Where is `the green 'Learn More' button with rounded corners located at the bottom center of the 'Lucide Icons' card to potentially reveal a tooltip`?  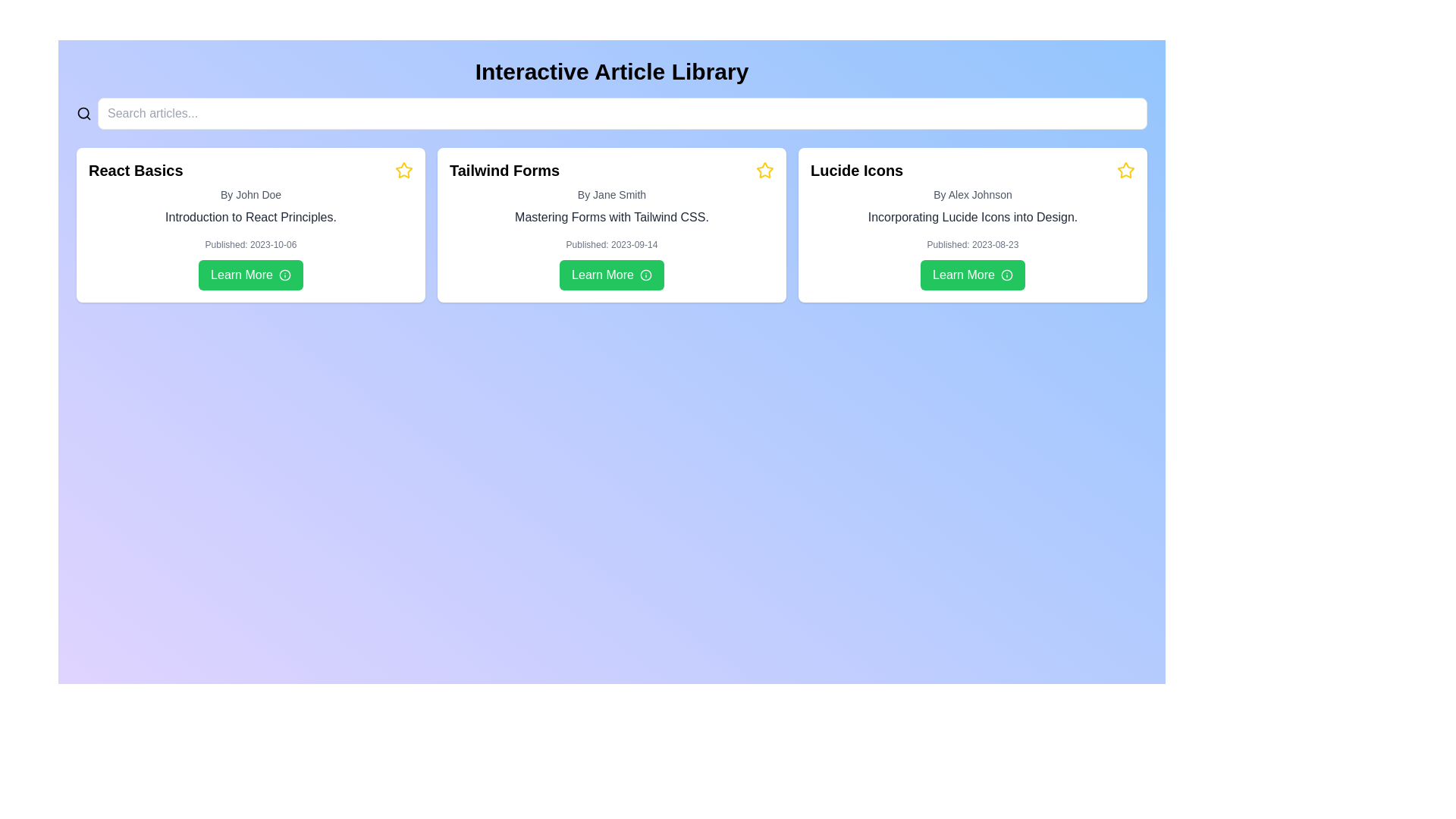
the green 'Learn More' button with rounded corners located at the bottom center of the 'Lucide Icons' card to potentially reveal a tooltip is located at coordinates (972, 275).